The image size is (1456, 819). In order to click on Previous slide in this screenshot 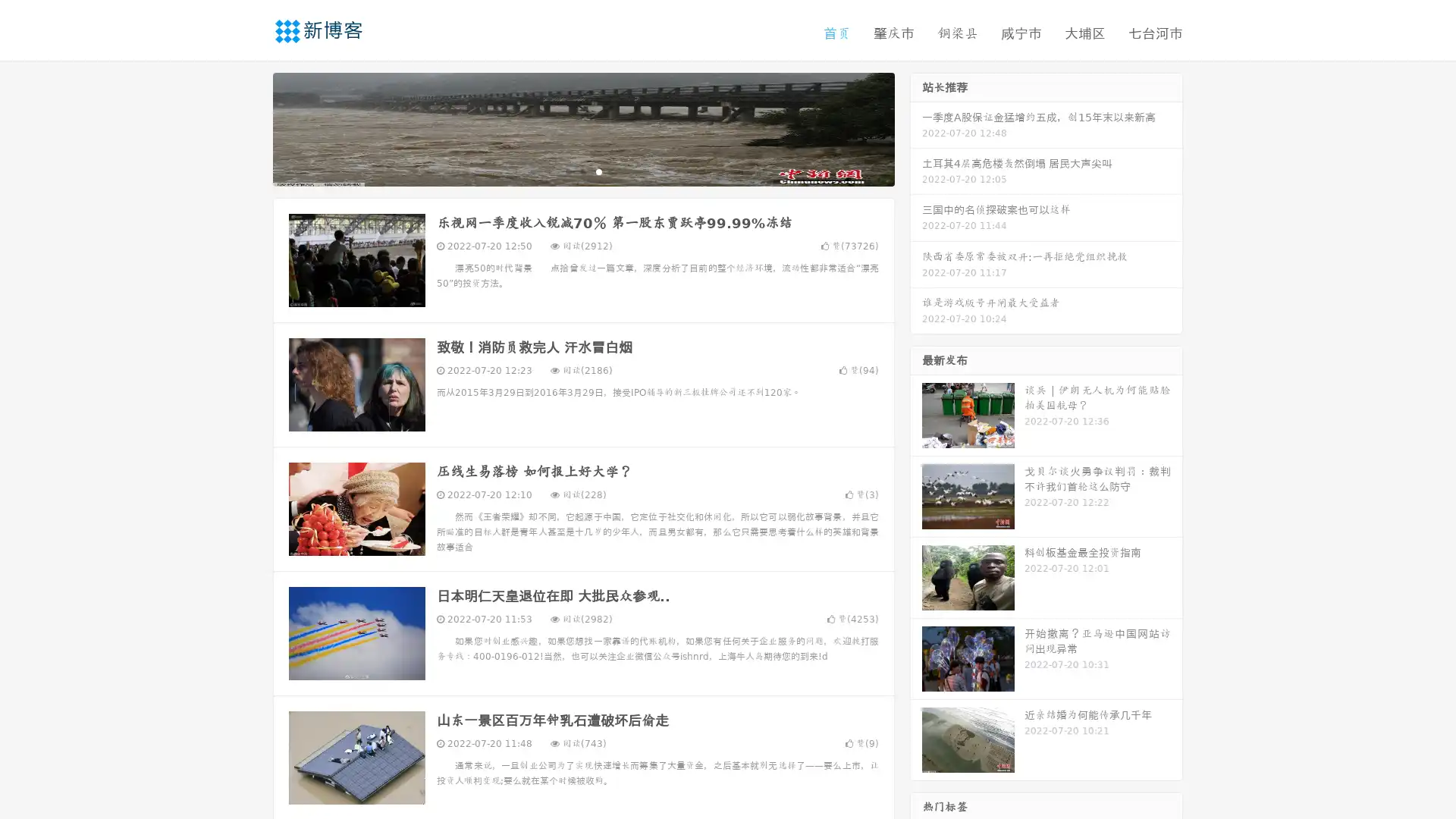, I will do `click(250, 127)`.